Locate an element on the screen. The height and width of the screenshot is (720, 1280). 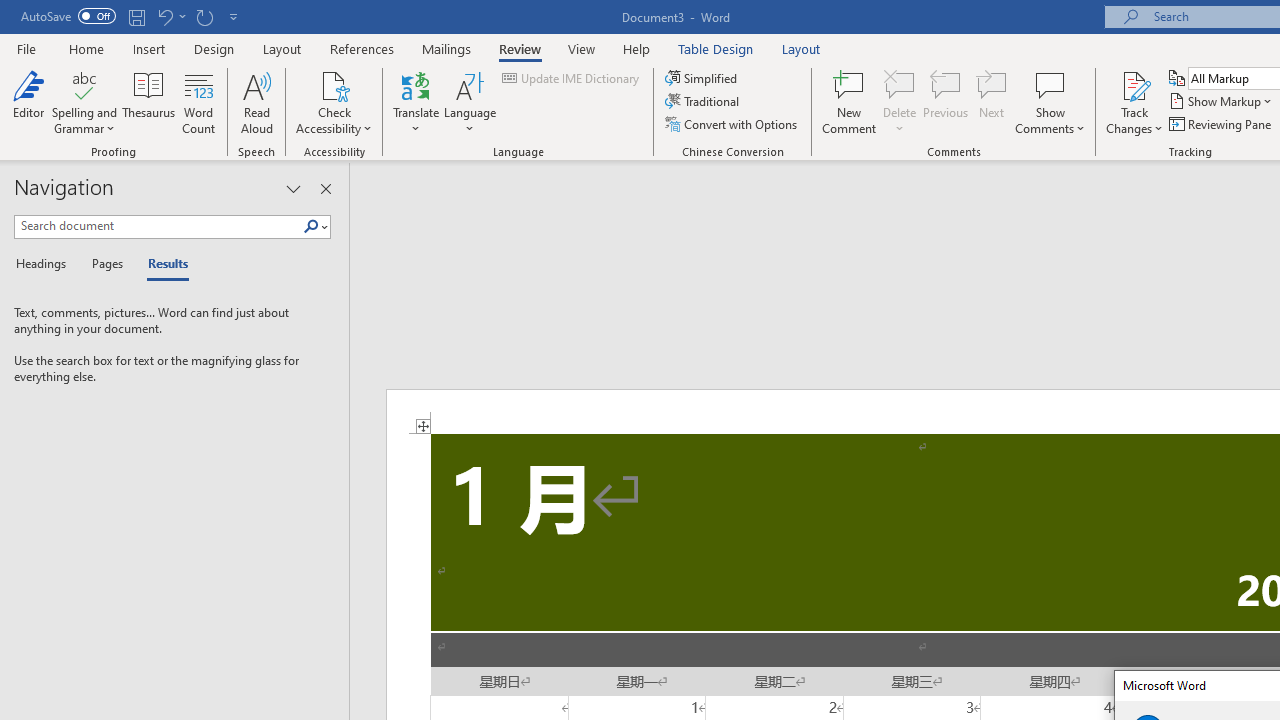
'Show Comments' is located at coordinates (1049, 84).